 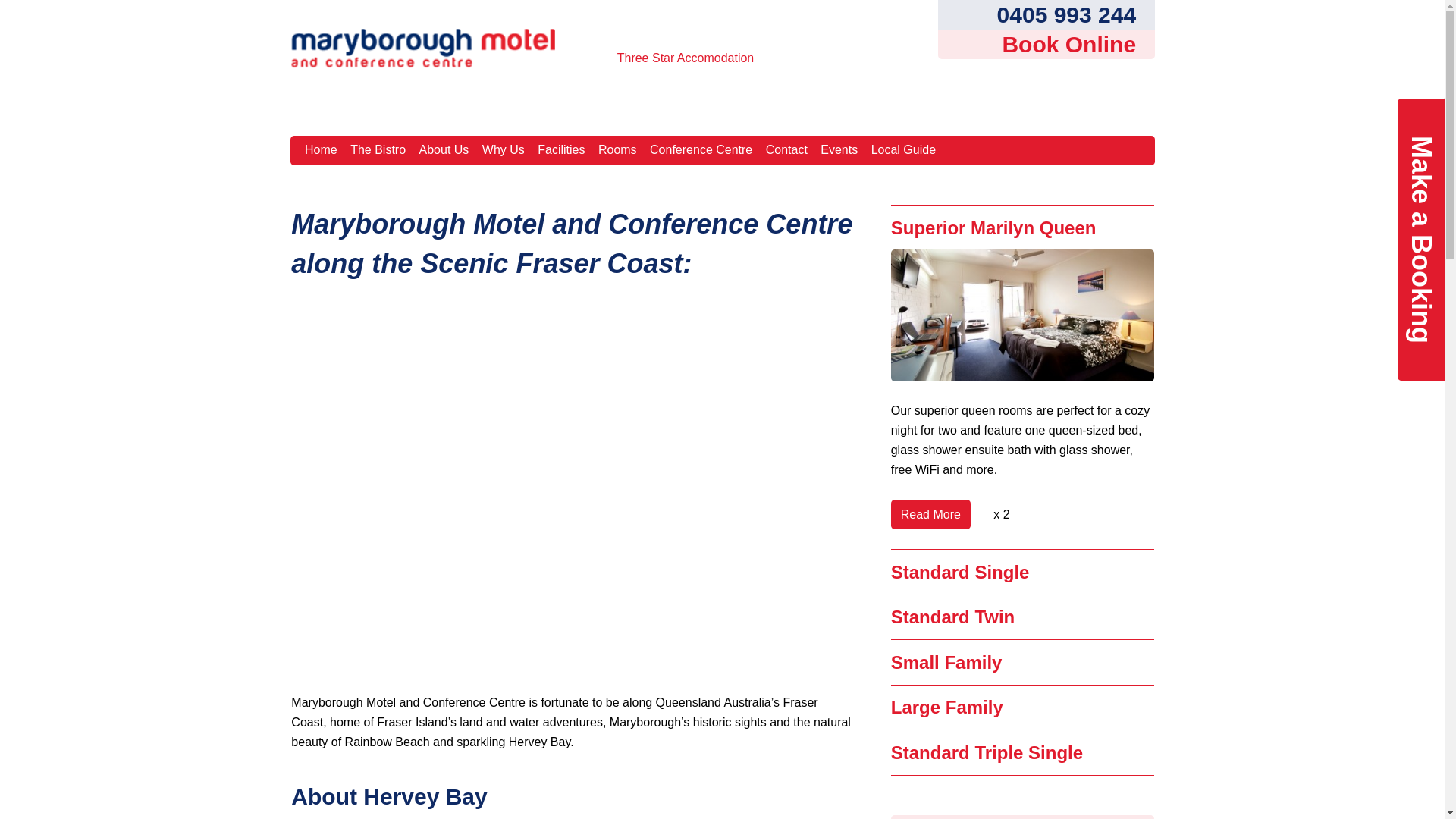 What do you see at coordinates (532, 150) in the screenshot?
I see `'Facilities'` at bounding box center [532, 150].